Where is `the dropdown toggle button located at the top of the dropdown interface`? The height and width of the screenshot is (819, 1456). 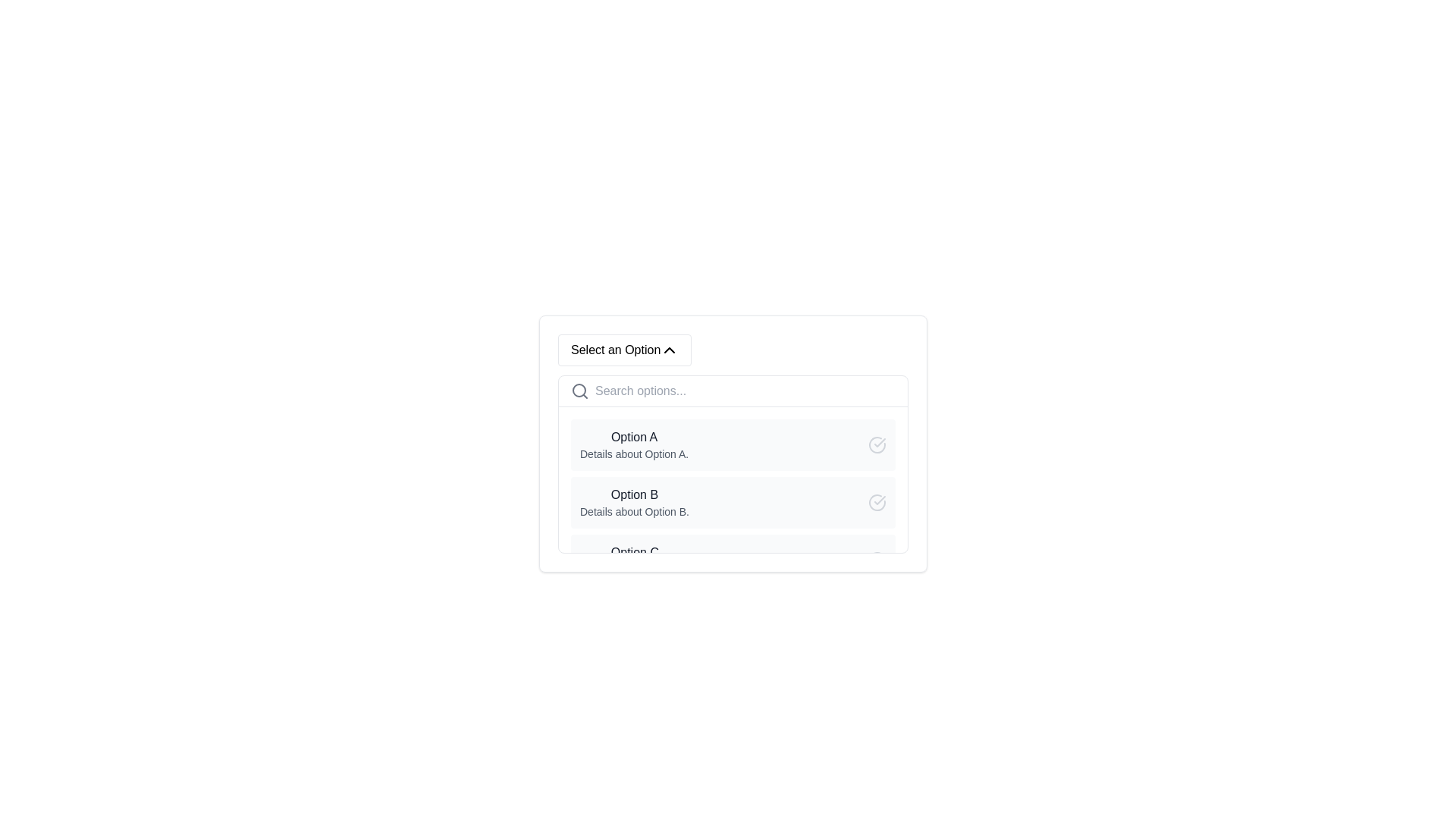
the dropdown toggle button located at the top of the dropdown interface is located at coordinates (625, 350).